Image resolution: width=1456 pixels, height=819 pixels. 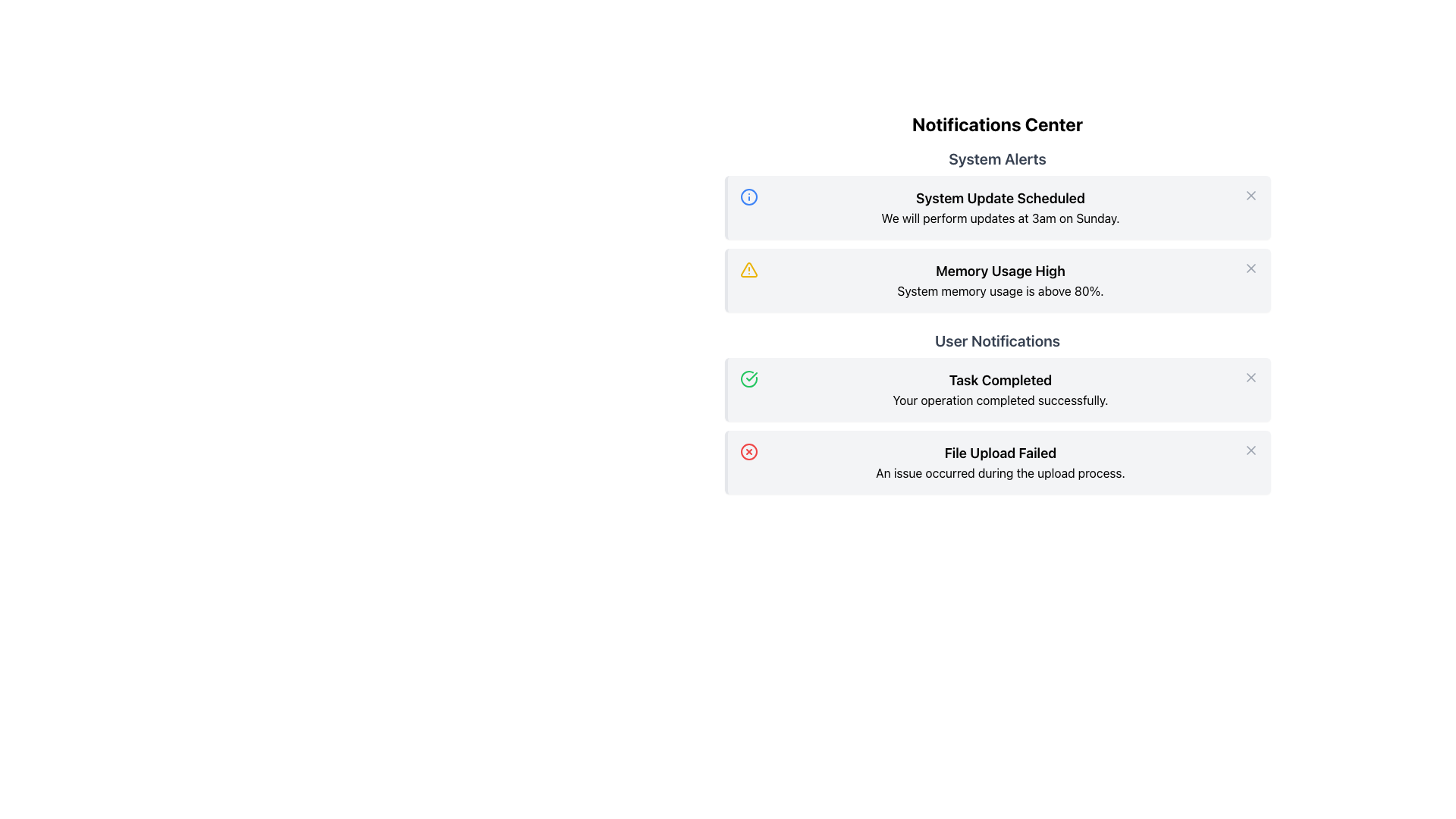 What do you see at coordinates (1250, 195) in the screenshot?
I see `the small gray 'X' icon located in the top-right corner of the 'System Update Scheduled' notification panel to change its color` at bounding box center [1250, 195].